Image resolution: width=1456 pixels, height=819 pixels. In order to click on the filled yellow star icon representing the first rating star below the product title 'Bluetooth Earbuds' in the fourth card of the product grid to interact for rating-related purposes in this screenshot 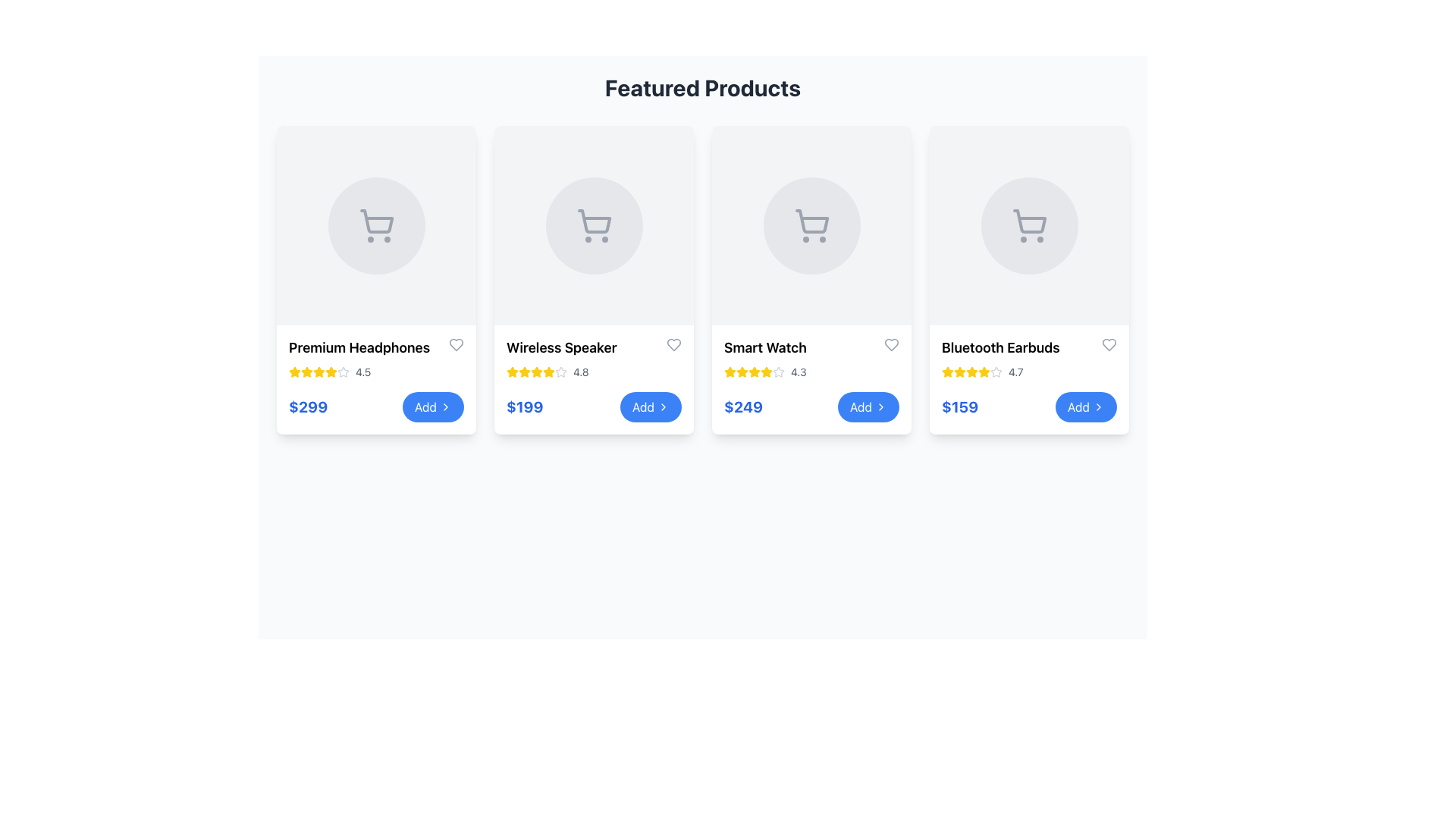, I will do `click(959, 372)`.